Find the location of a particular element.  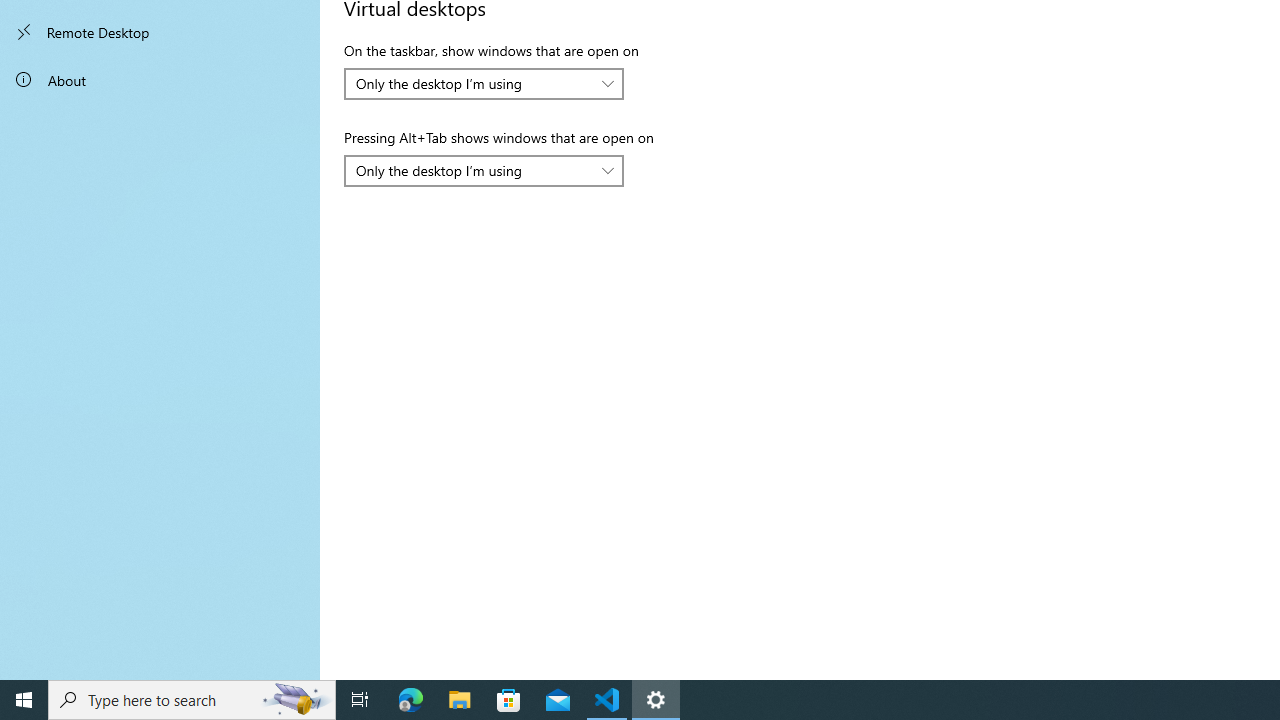

'Start' is located at coordinates (24, 698).